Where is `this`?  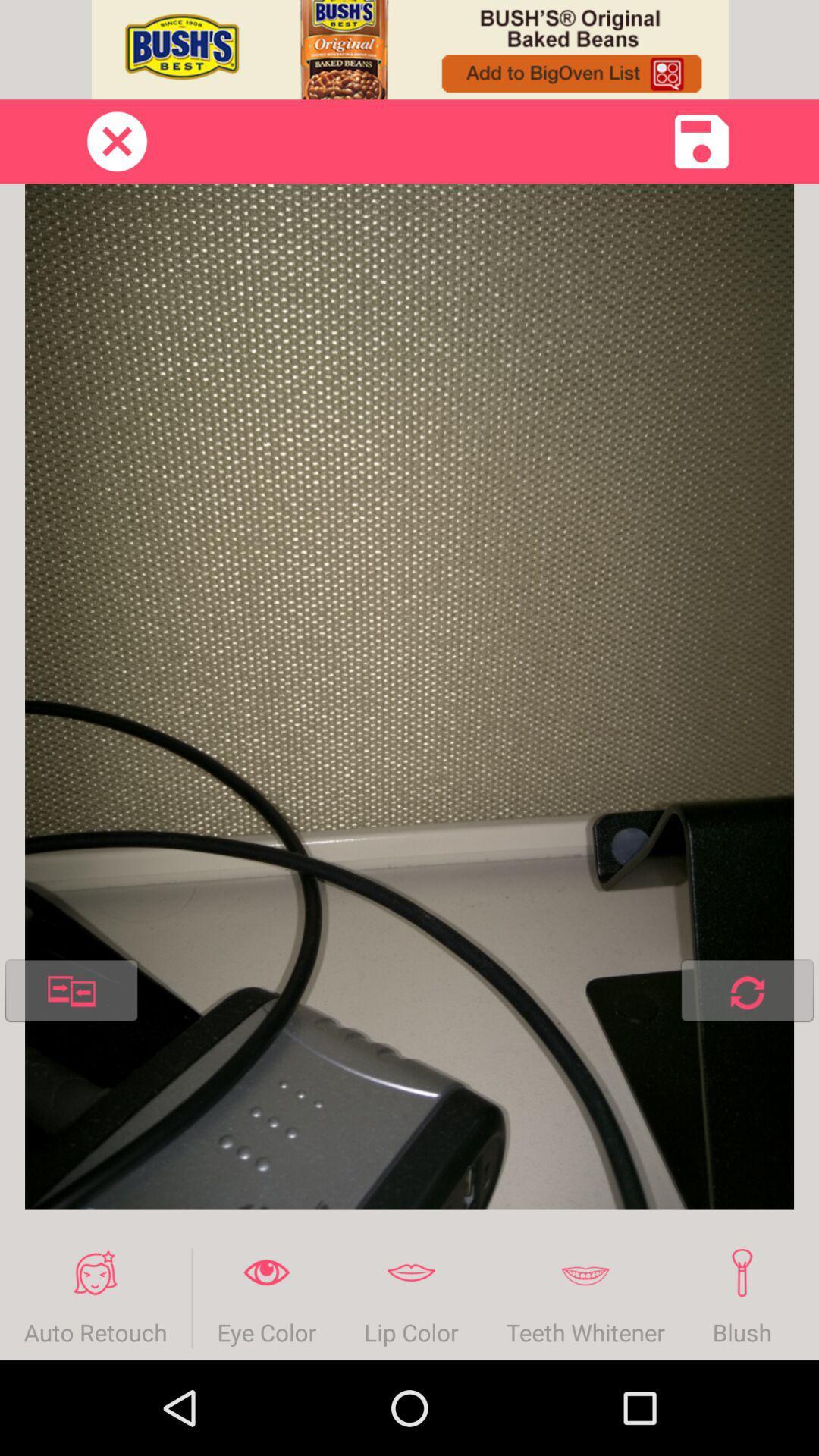 this is located at coordinates (701, 141).